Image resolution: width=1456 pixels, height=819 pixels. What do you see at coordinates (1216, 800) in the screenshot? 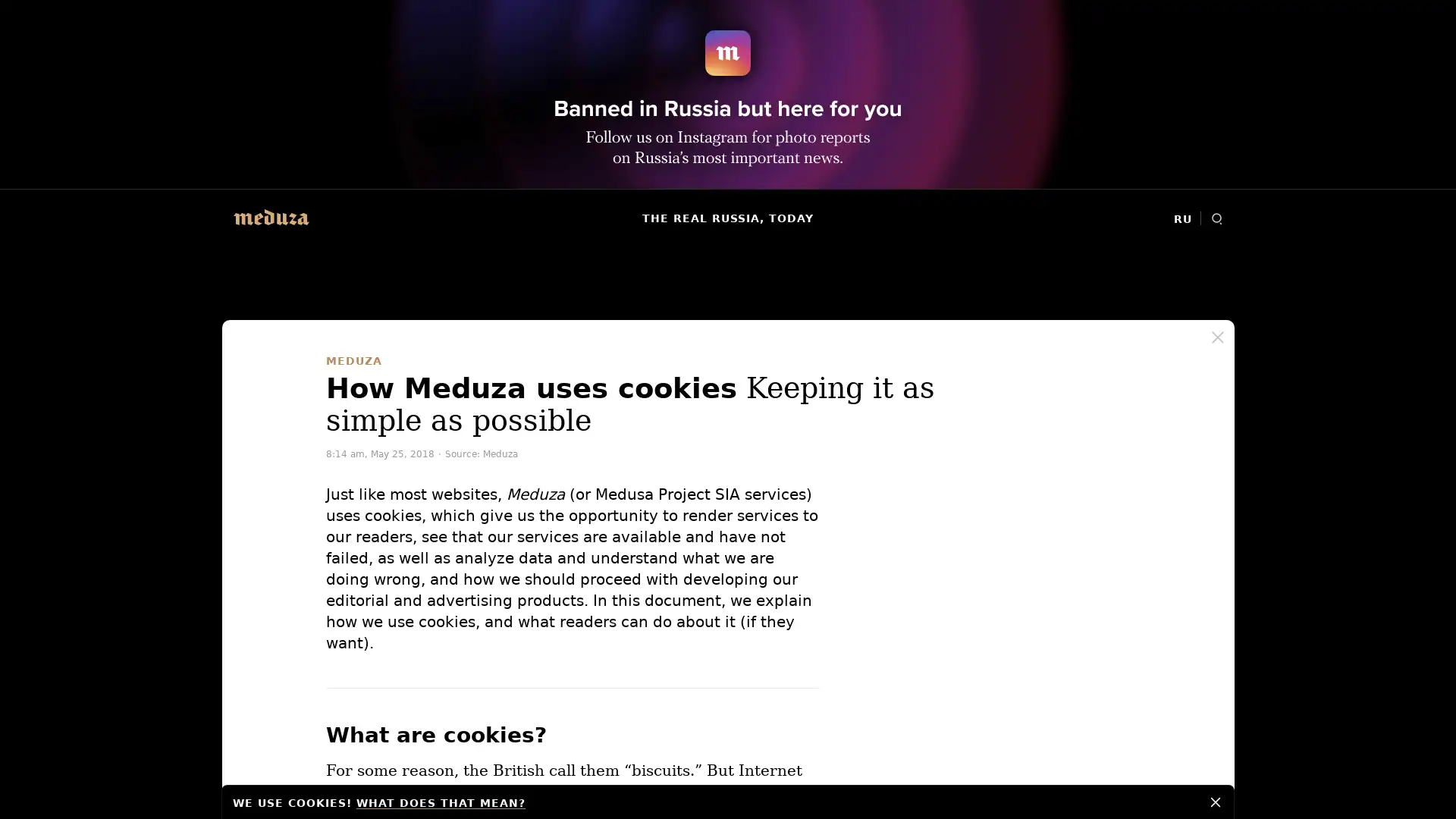
I see `Close notification` at bounding box center [1216, 800].